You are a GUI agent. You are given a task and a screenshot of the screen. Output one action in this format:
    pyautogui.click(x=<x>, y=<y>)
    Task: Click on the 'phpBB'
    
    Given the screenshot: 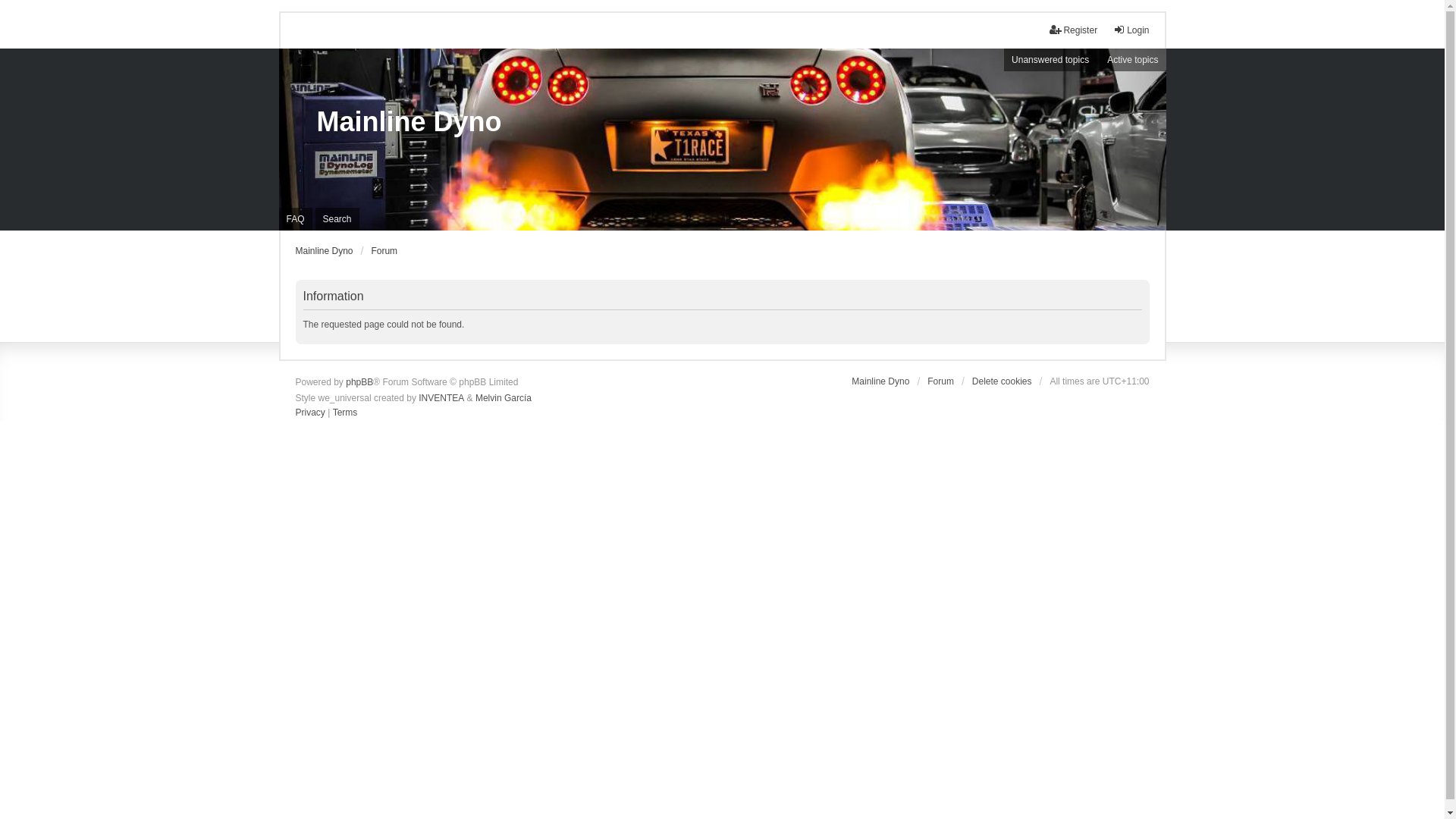 What is the action you would take?
    pyautogui.click(x=345, y=382)
    